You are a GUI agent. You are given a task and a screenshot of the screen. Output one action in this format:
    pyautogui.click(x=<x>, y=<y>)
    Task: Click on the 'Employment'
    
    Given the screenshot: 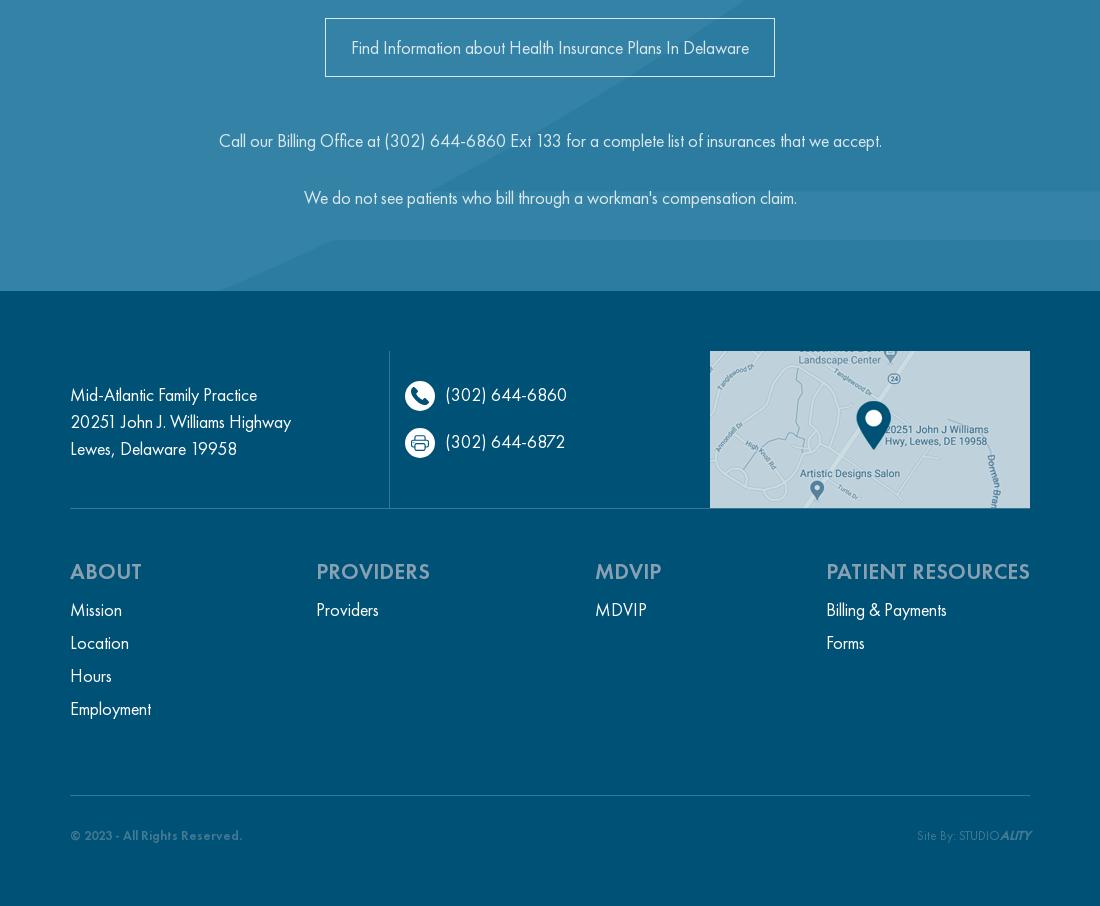 What is the action you would take?
    pyautogui.click(x=68, y=708)
    